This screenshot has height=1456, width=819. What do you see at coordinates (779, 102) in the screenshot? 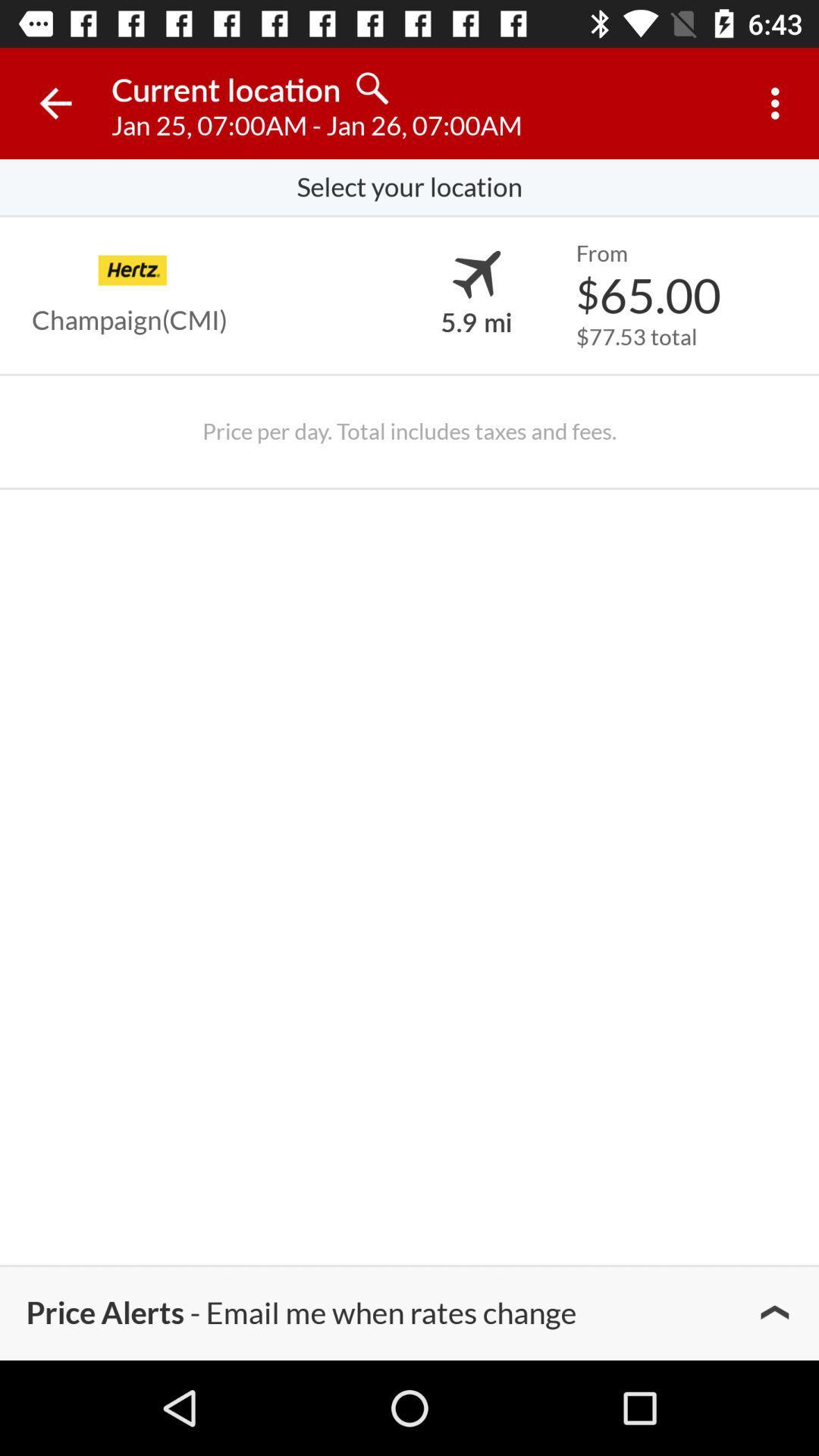
I see `the icon next to the jan 25 07 icon` at bounding box center [779, 102].